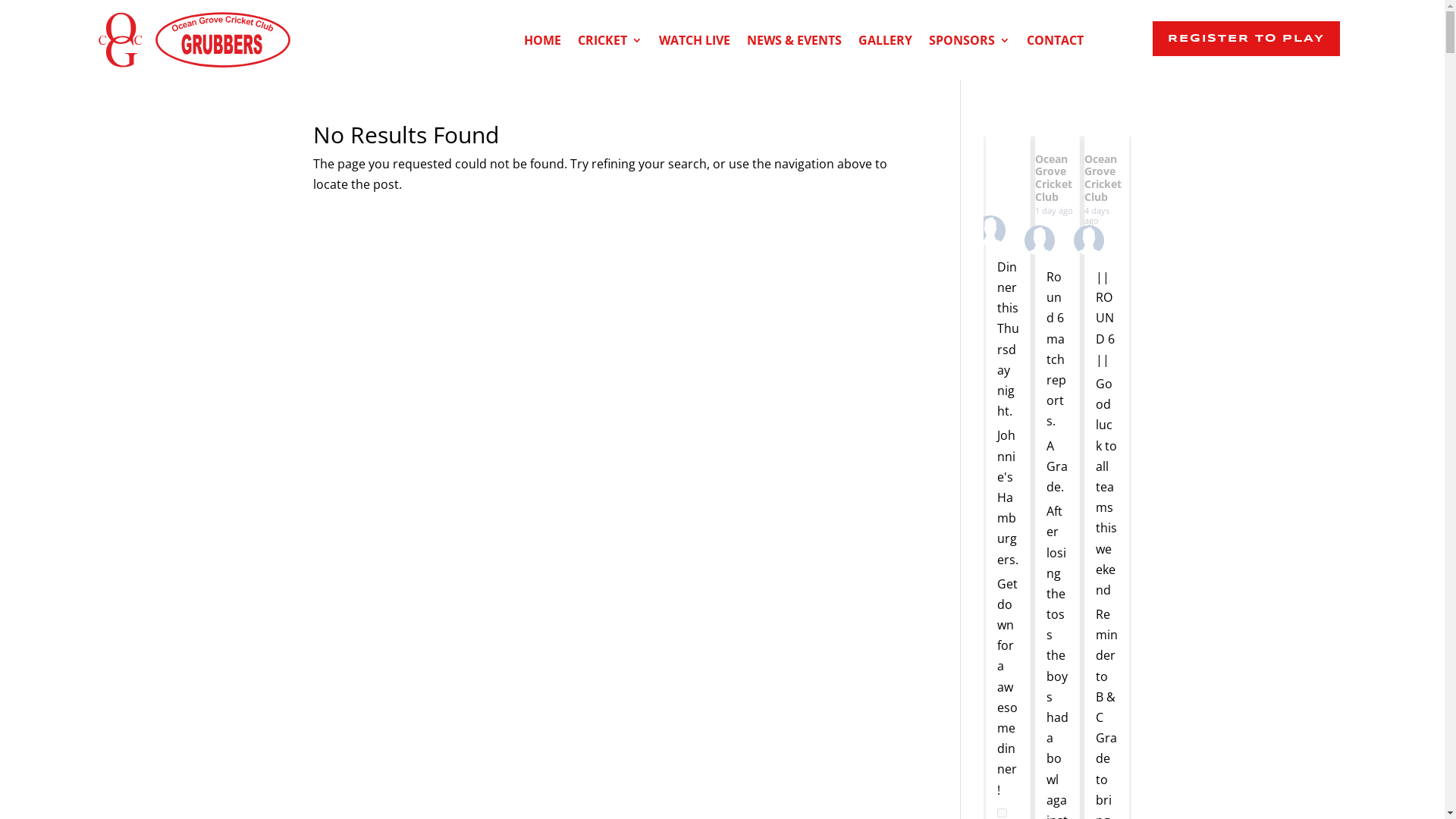  I want to click on 'Ocean Grove Cricket Club', so click(1084, 177).